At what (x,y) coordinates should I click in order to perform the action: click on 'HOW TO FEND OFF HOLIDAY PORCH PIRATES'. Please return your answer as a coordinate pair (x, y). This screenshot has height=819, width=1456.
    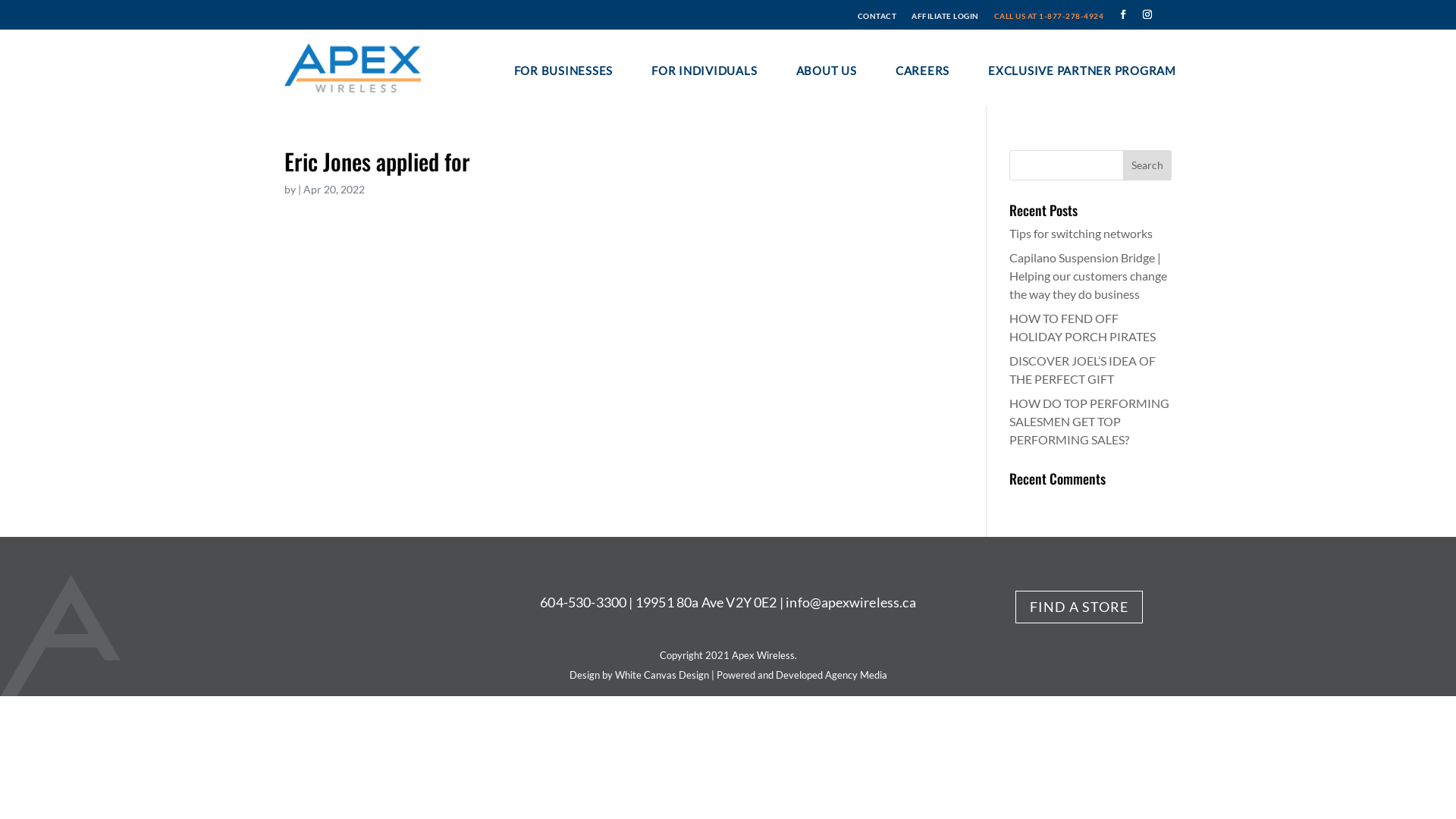
    Looking at the image, I should click on (1081, 326).